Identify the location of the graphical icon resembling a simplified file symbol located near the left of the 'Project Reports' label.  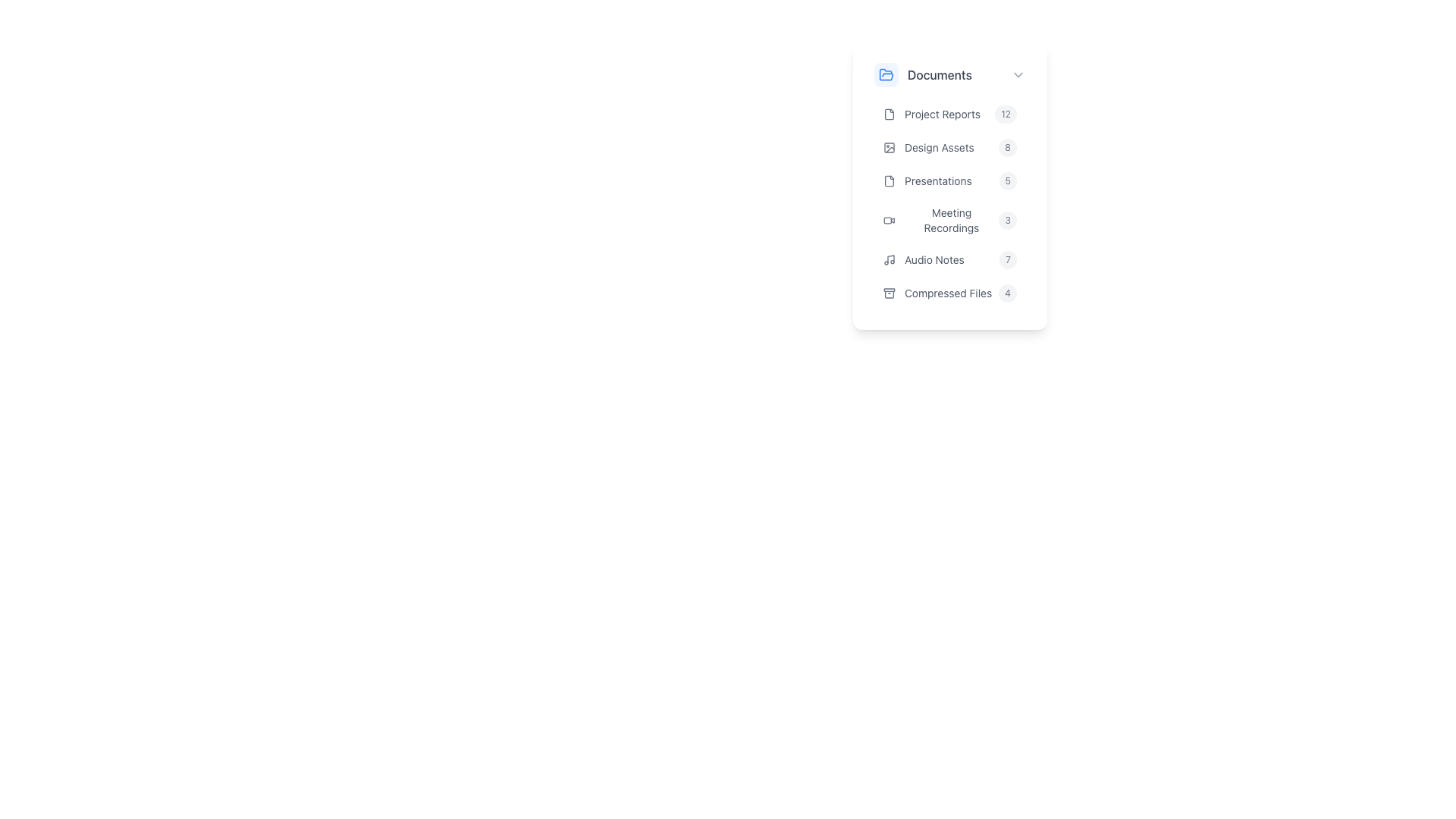
(889, 113).